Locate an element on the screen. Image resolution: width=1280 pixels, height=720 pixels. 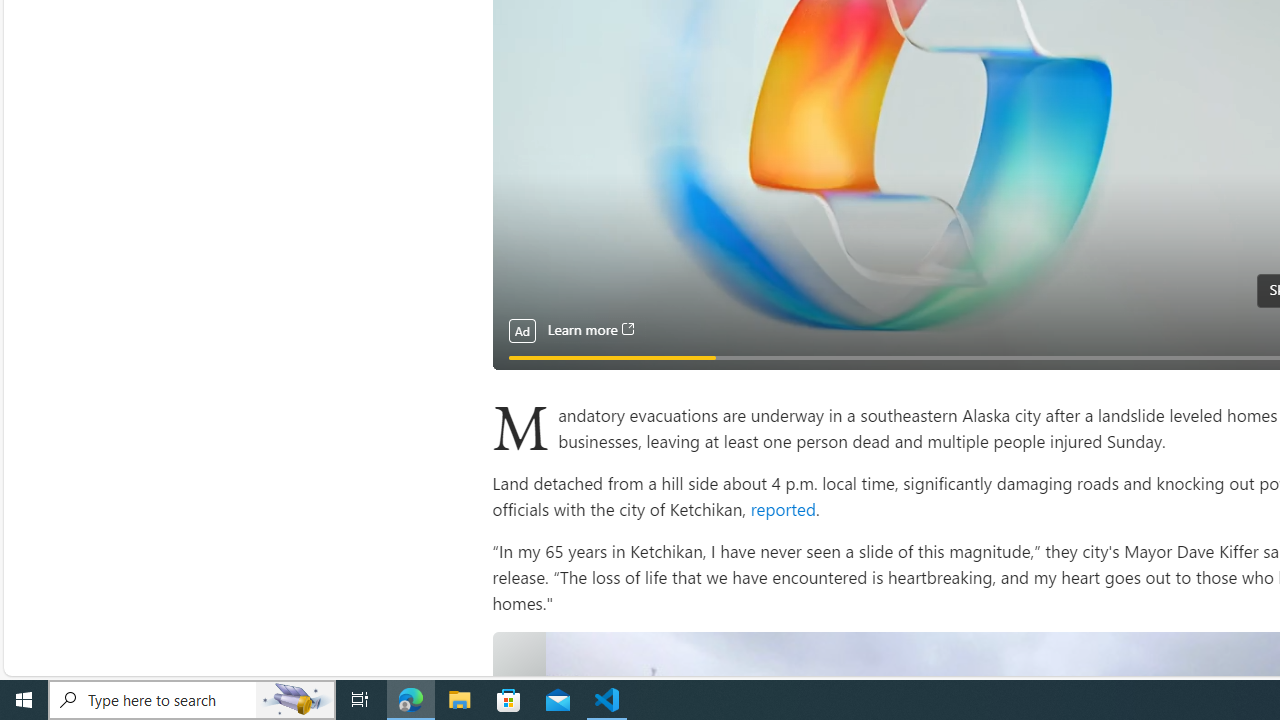
' reported' is located at coordinates (780, 507).